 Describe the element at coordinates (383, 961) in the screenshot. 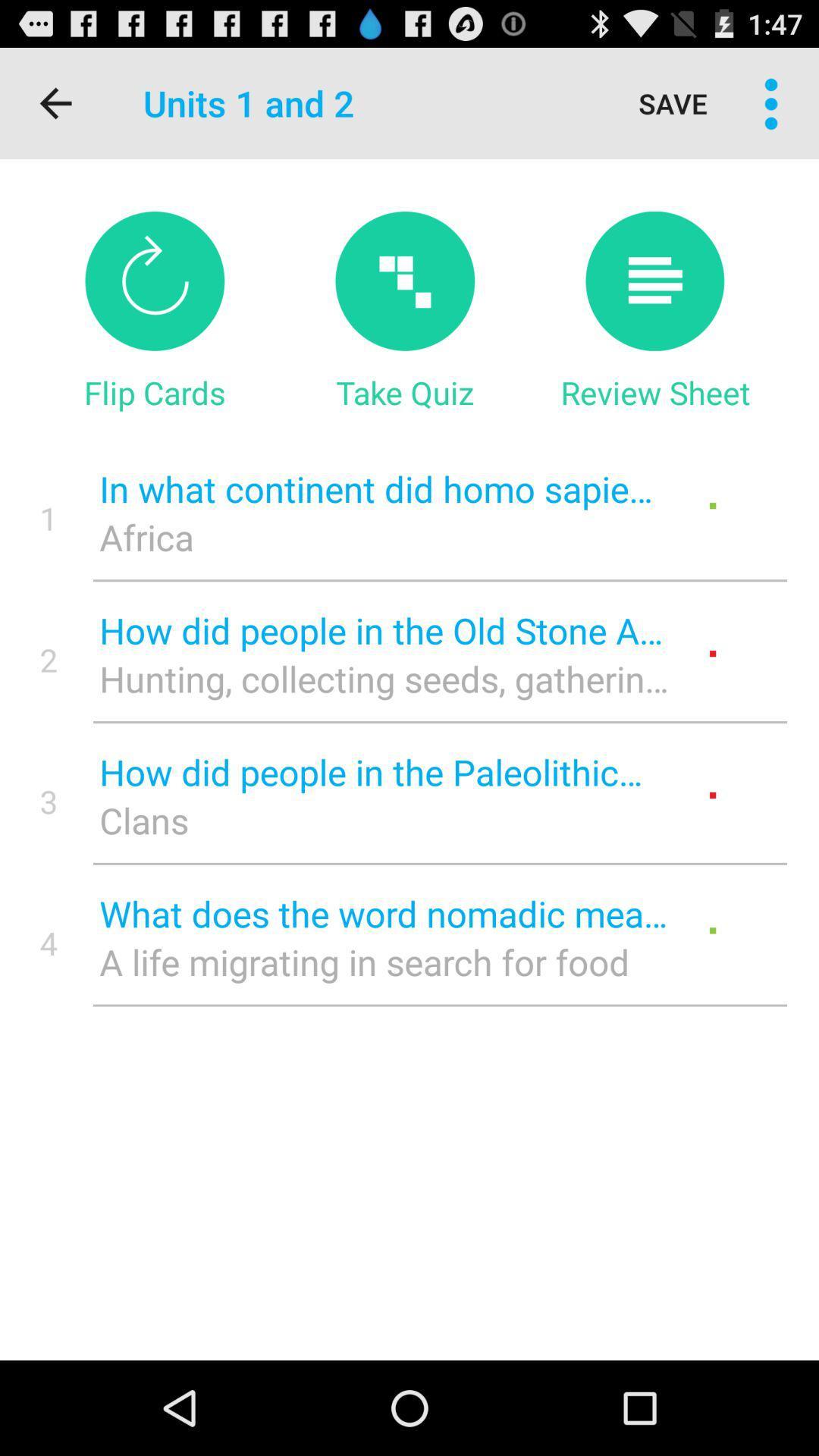

I see `icon below what does the icon` at that location.